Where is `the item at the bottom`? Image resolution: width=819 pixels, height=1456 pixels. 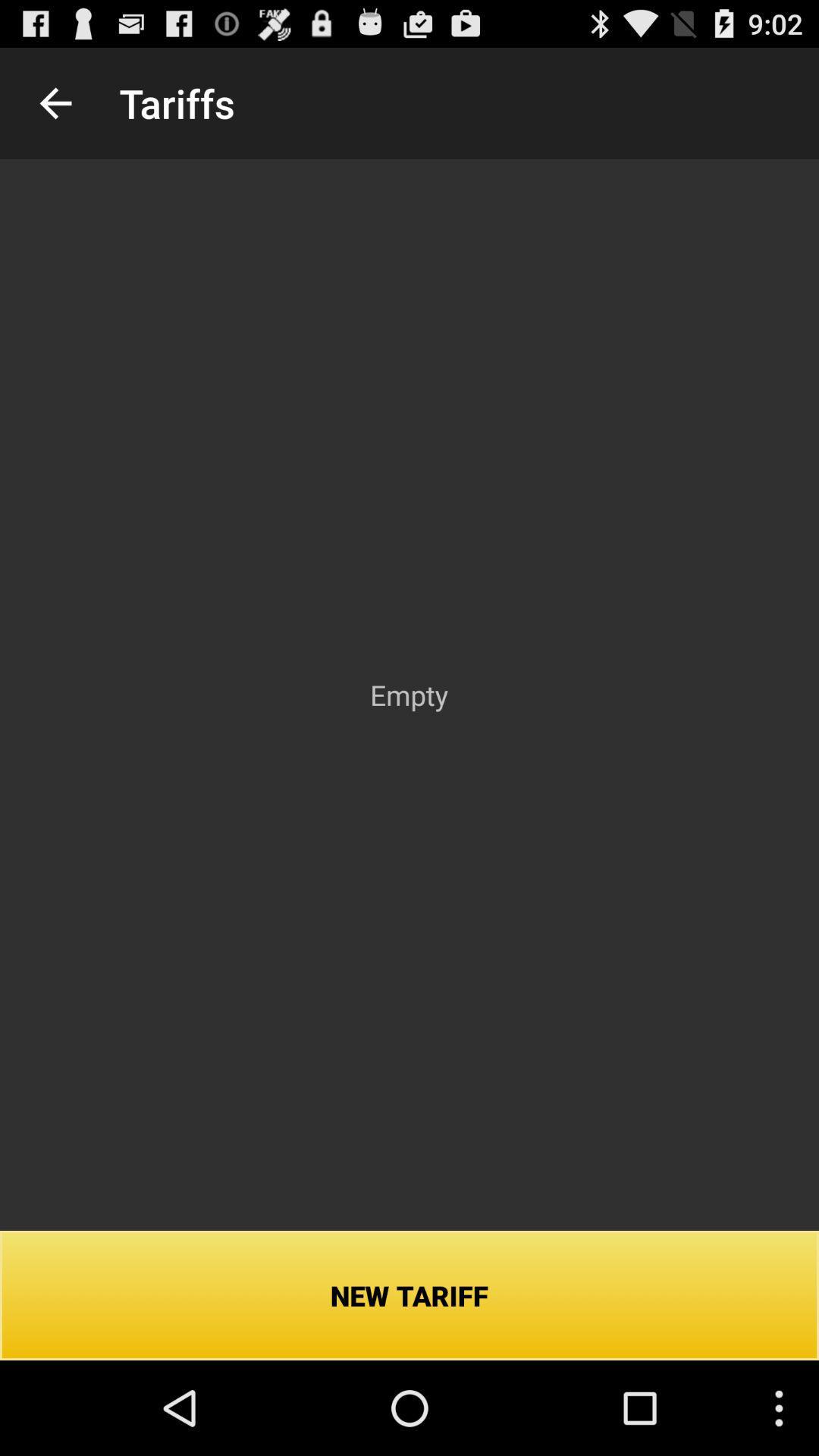 the item at the bottom is located at coordinates (409, 1294).